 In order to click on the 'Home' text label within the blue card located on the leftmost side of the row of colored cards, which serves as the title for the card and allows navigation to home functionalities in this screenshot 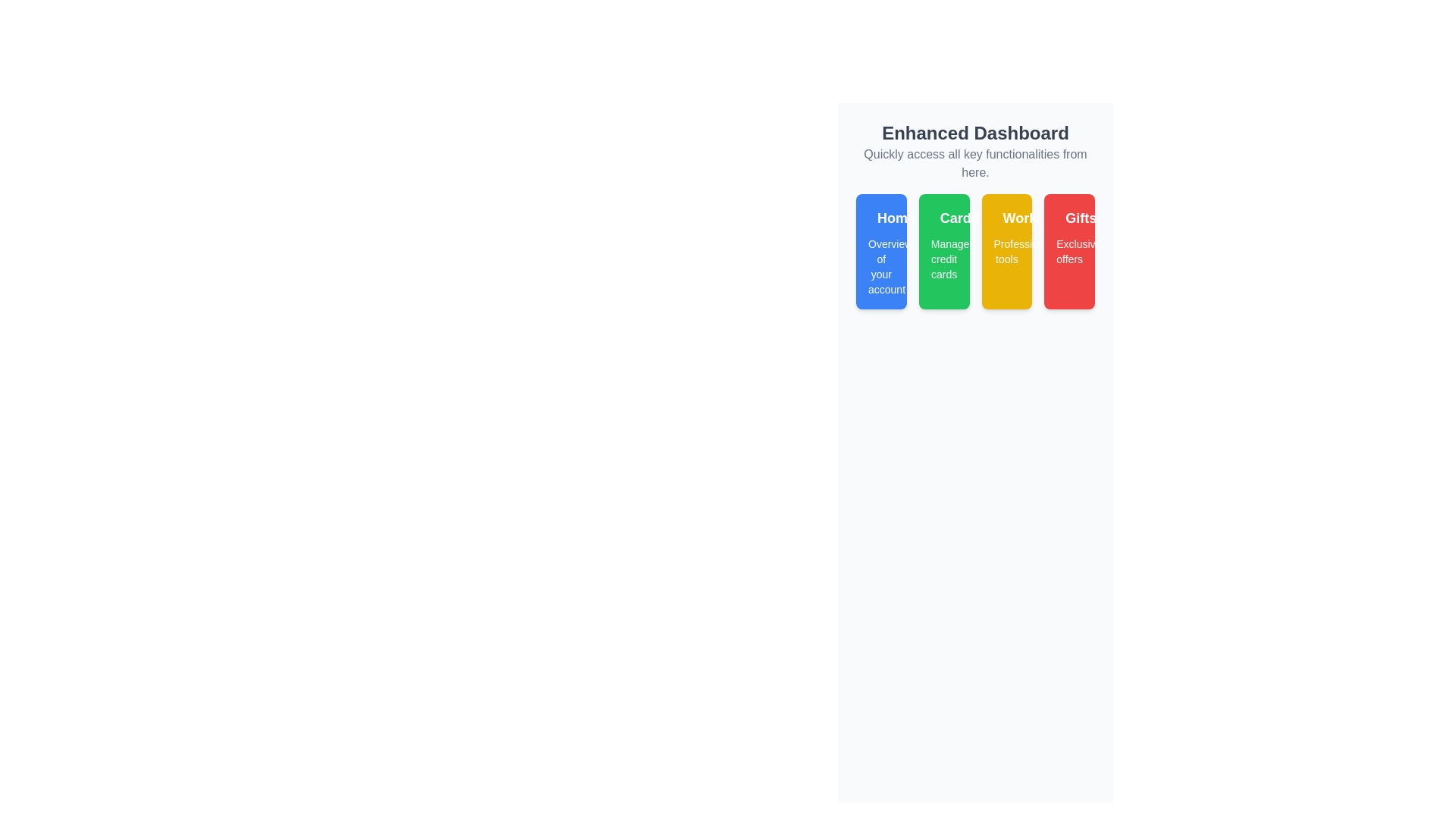, I will do `click(896, 218)`.